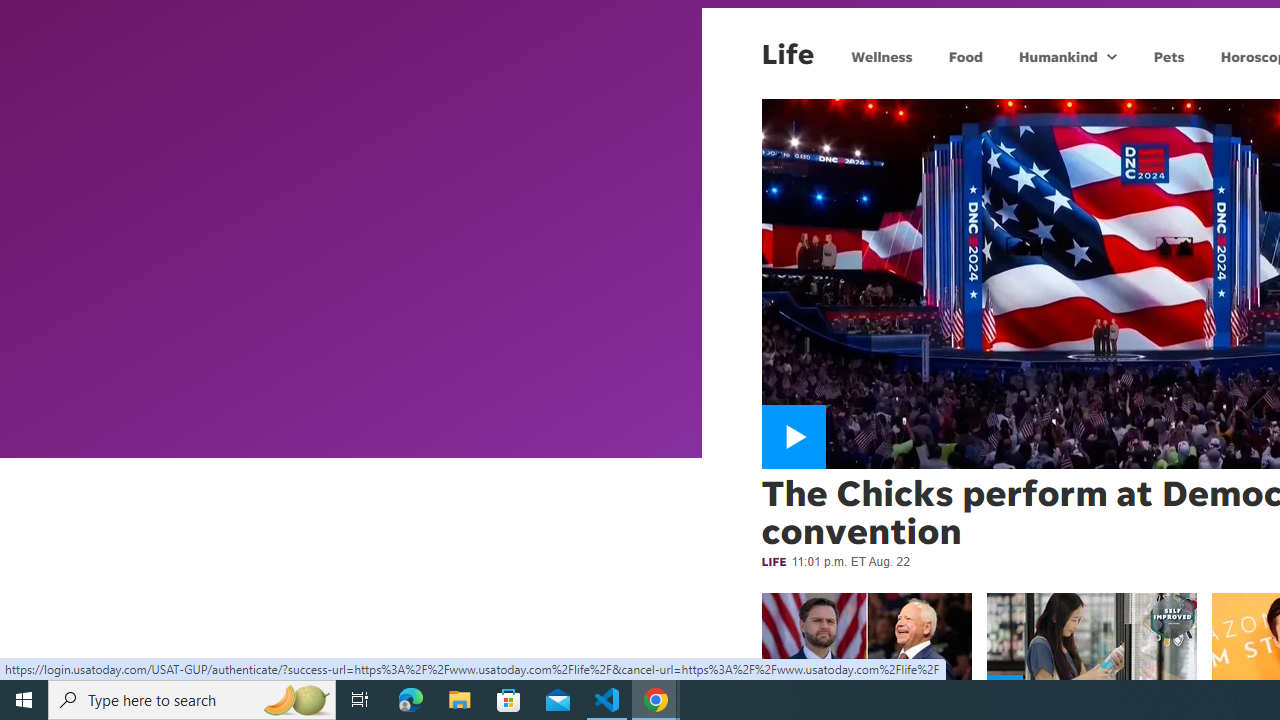  Describe the element at coordinates (1110, 55) in the screenshot. I see `'More Humankind navigation'` at that location.